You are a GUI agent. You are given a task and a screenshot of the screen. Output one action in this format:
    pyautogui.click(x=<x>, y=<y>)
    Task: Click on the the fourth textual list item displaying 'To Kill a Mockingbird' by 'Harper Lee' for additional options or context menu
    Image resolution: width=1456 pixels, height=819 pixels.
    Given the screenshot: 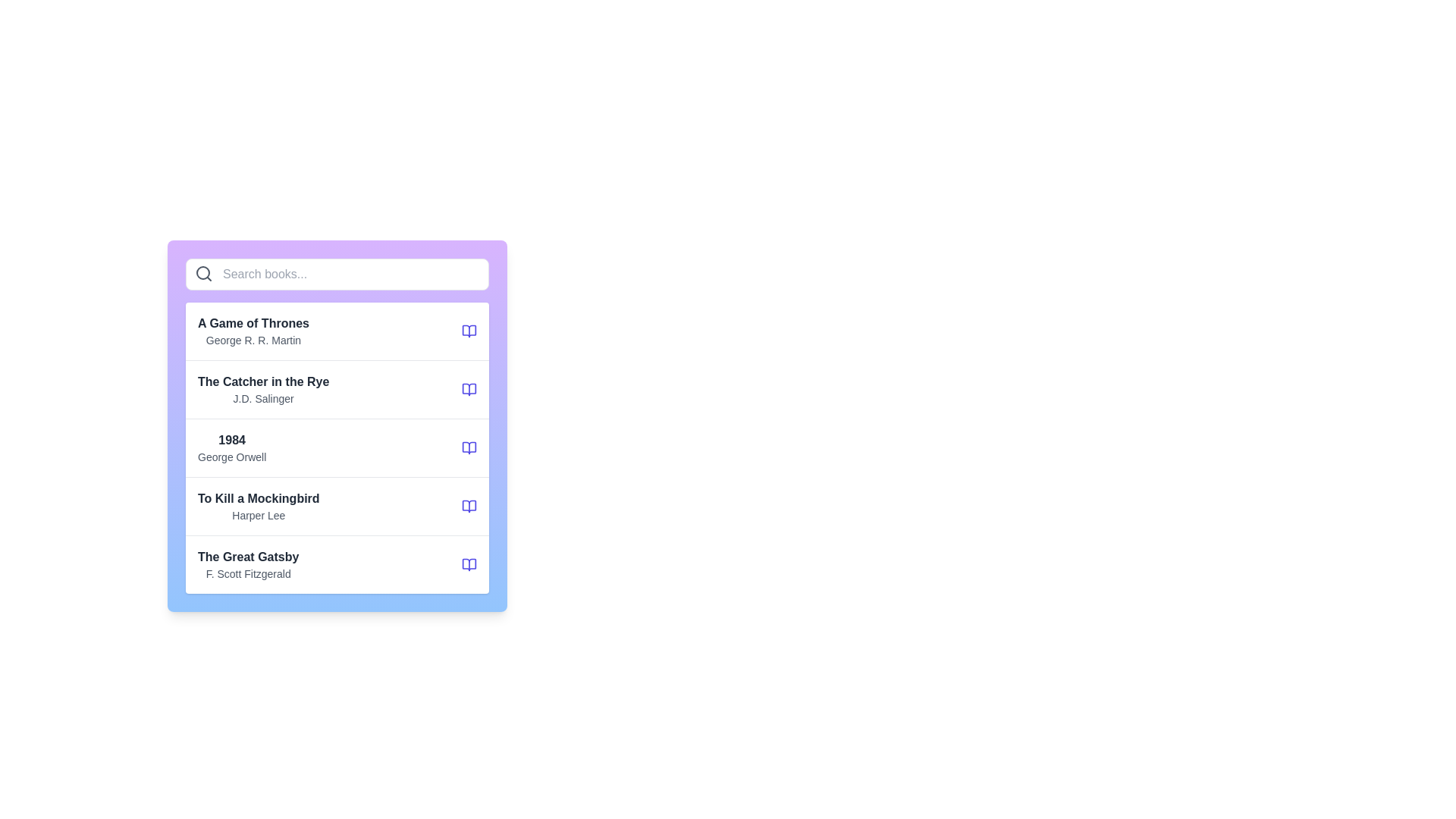 What is the action you would take?
    pyautogui.click(x=259, y=506)
    